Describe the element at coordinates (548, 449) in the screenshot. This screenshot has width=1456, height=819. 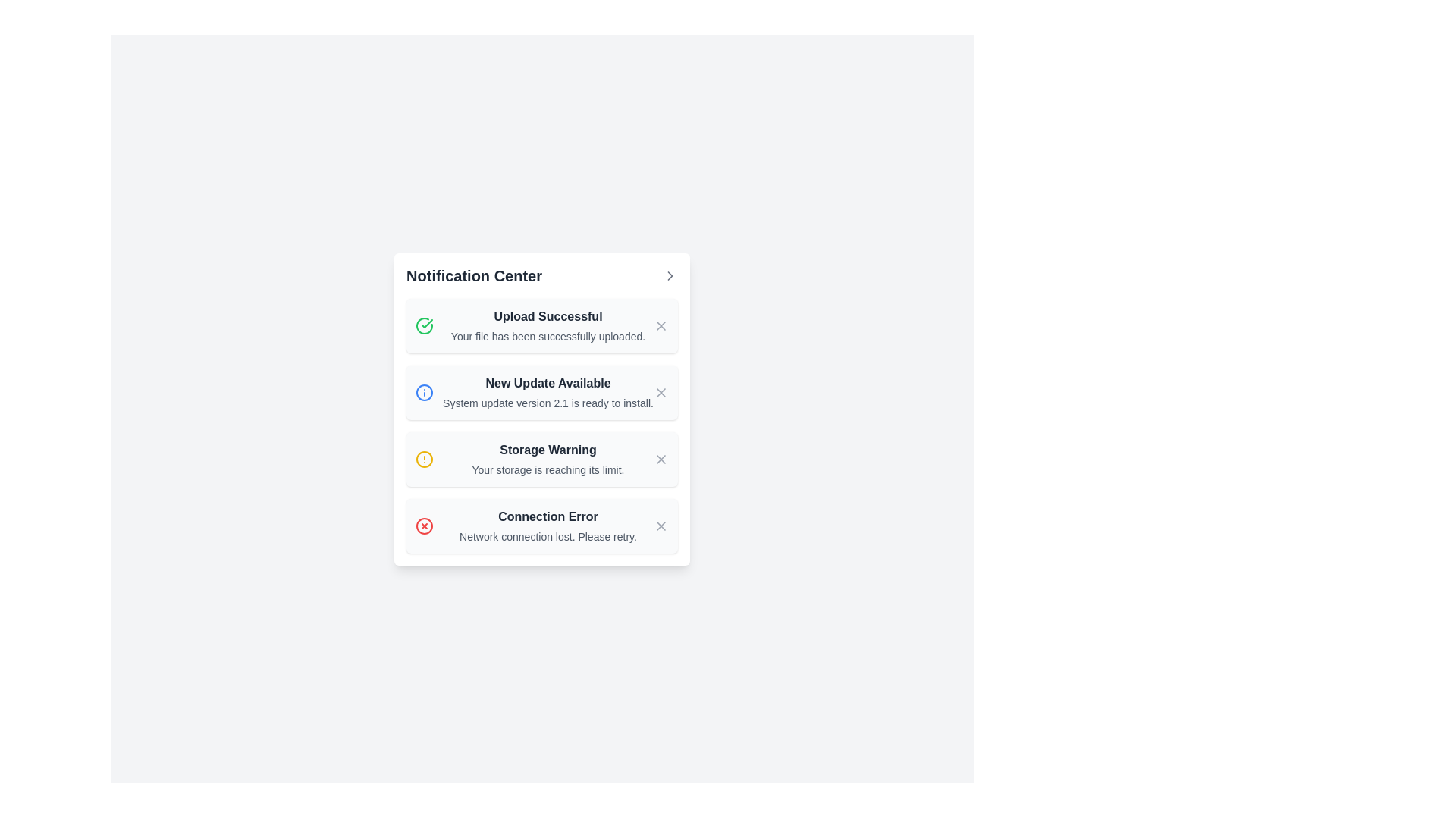
I see `'Storage Warning' text label to understand the warning about storage limits` at that location.